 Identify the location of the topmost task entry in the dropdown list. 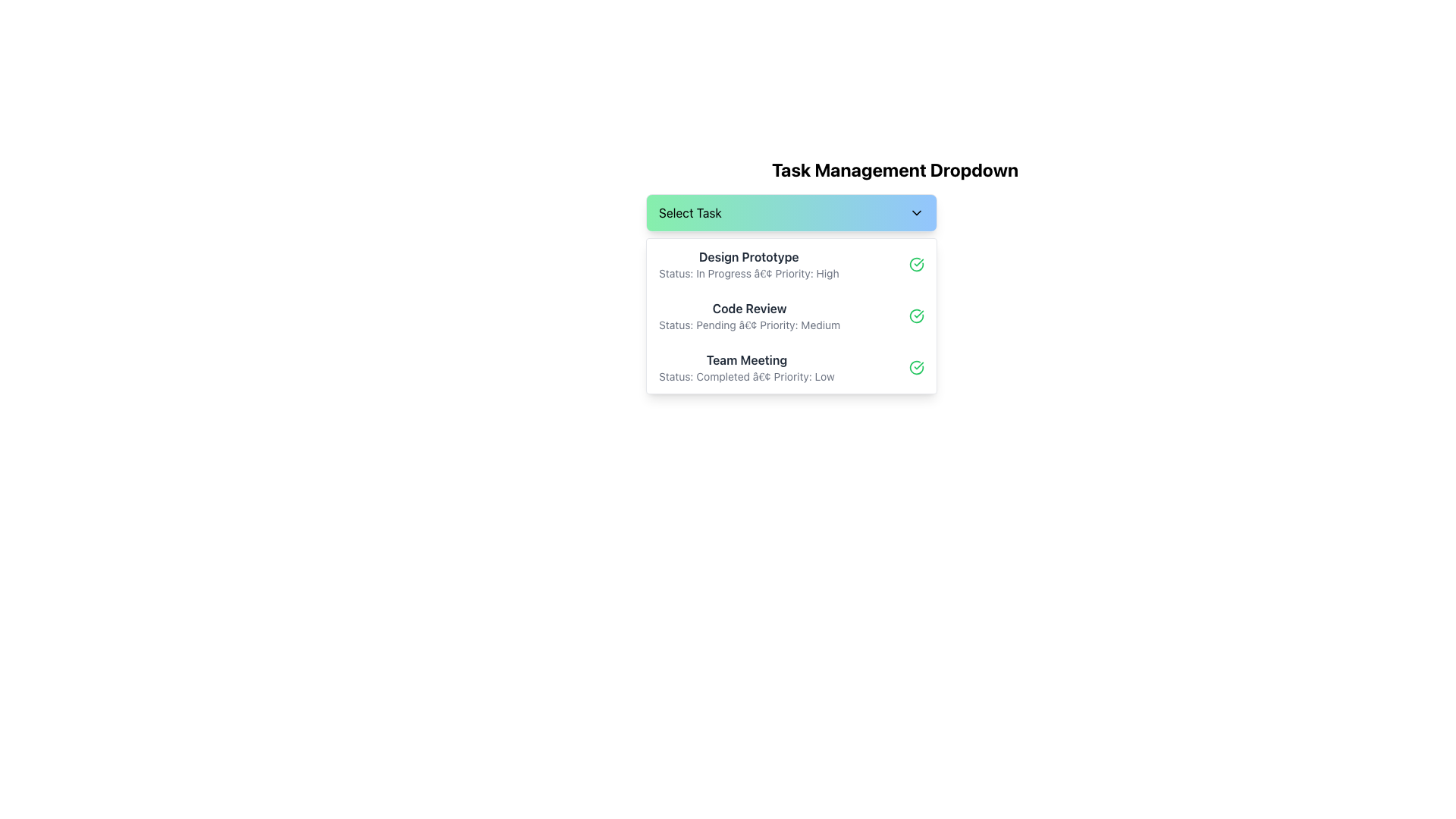
(748, 263).